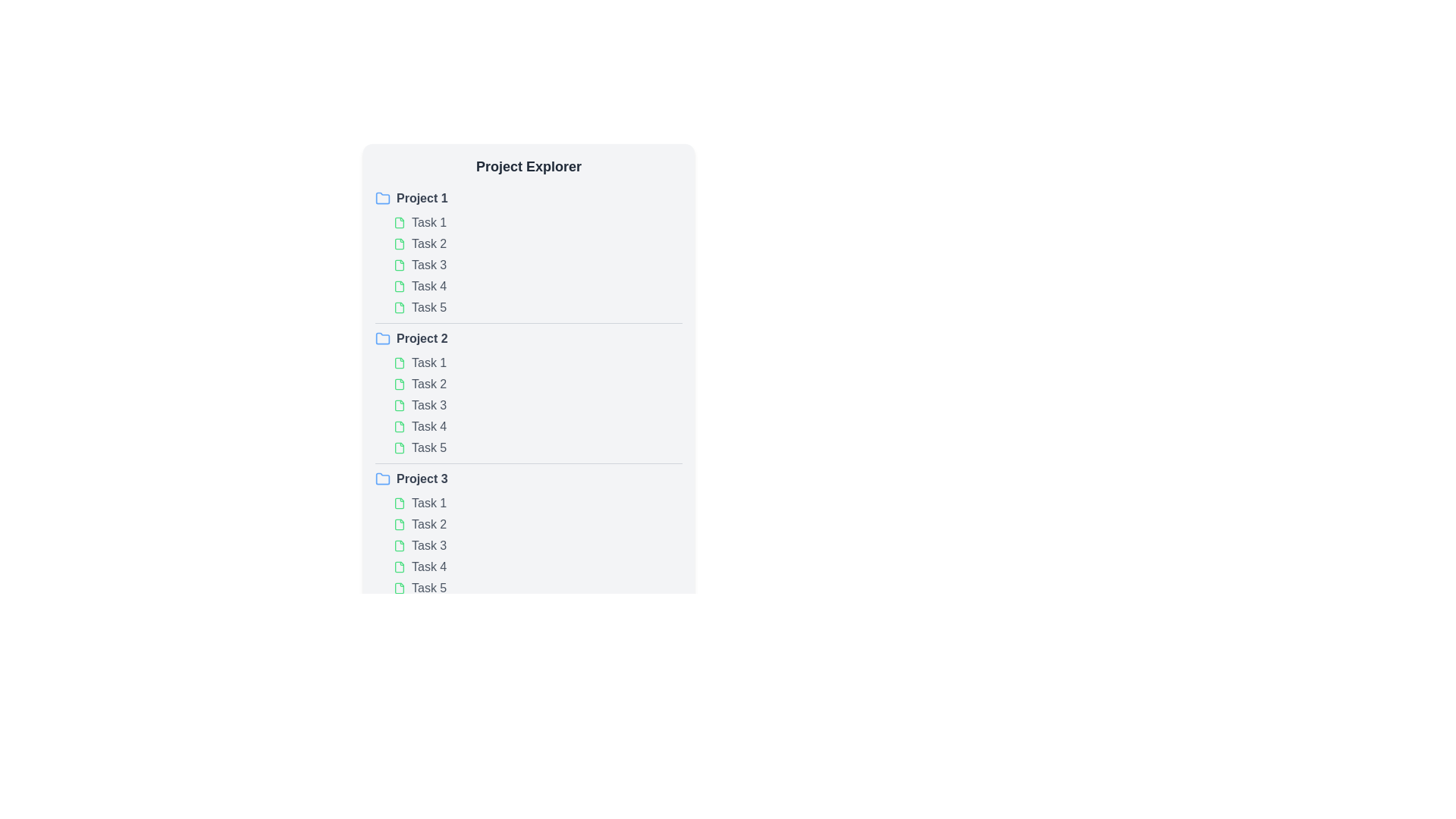 The image size is (1456, 819). I want to click on the folder icon associated with 'Project 3' in the 'Project Explorer', which is positioned before the text 'Project 3', so click(382, 479).